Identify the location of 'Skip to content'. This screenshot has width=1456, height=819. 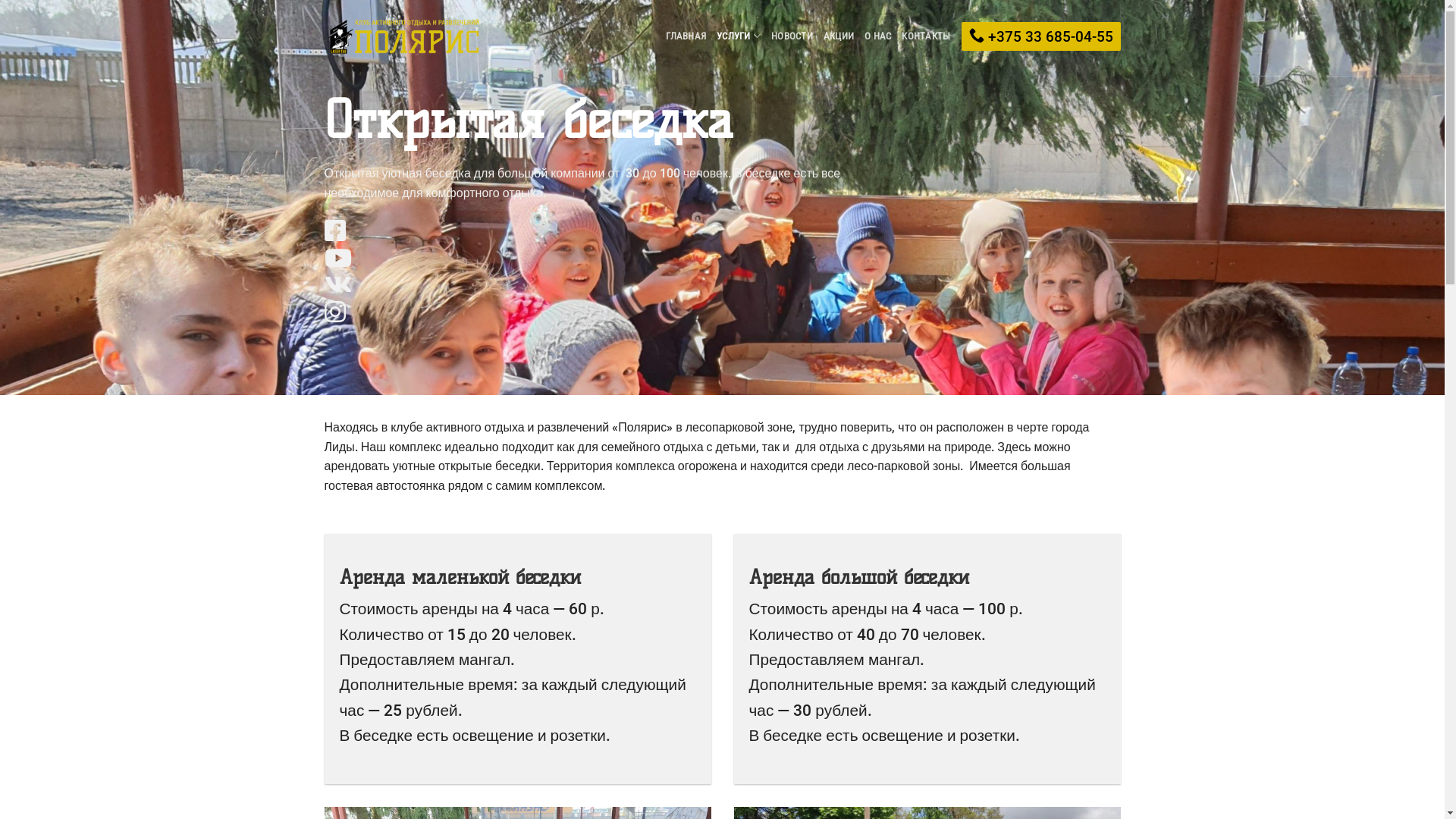
(0, 0).